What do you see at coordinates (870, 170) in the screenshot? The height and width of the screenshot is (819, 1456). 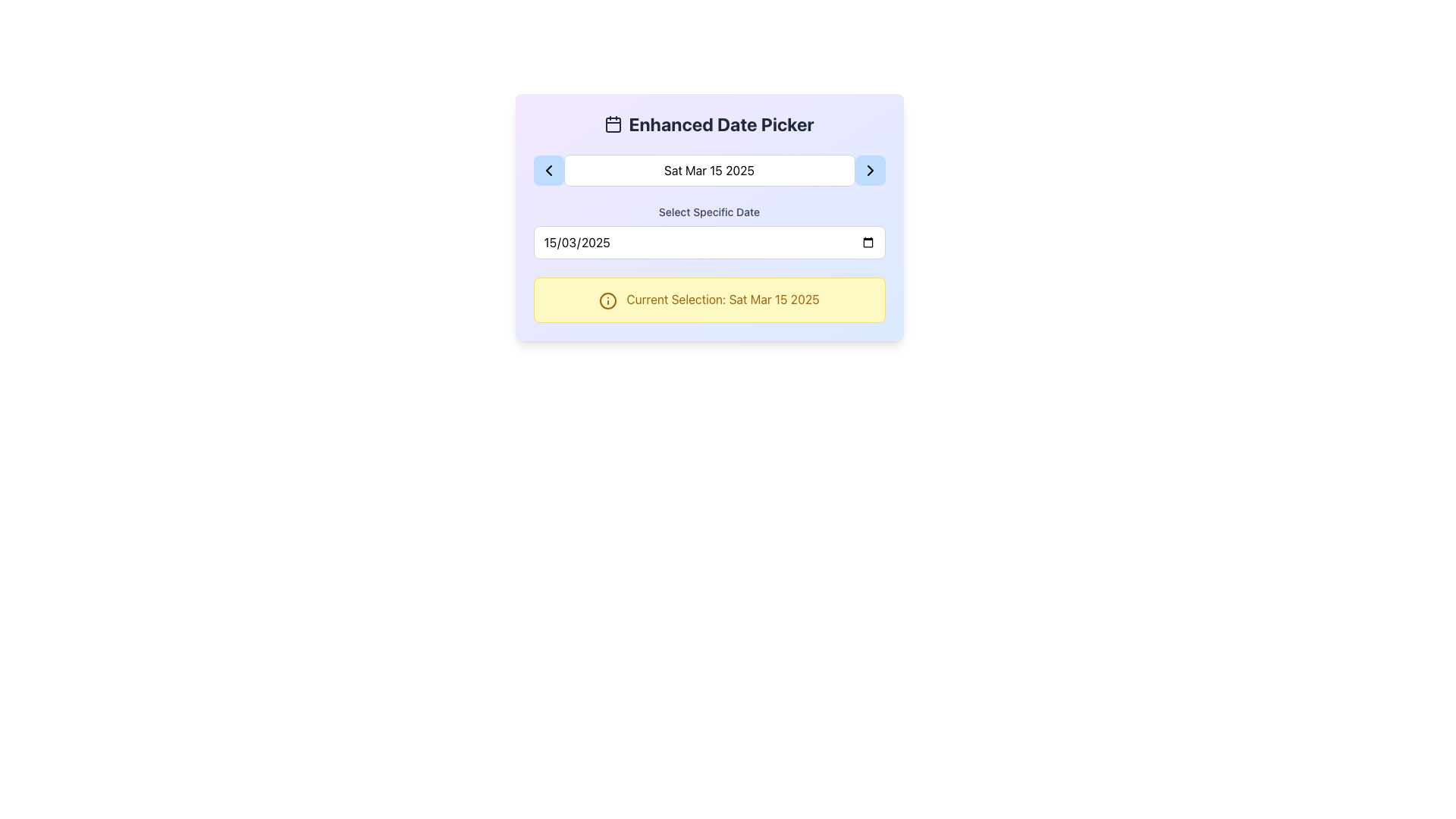 I see `the navigation button located at the far right of the date picker interface` at bounding box center [870, 170].